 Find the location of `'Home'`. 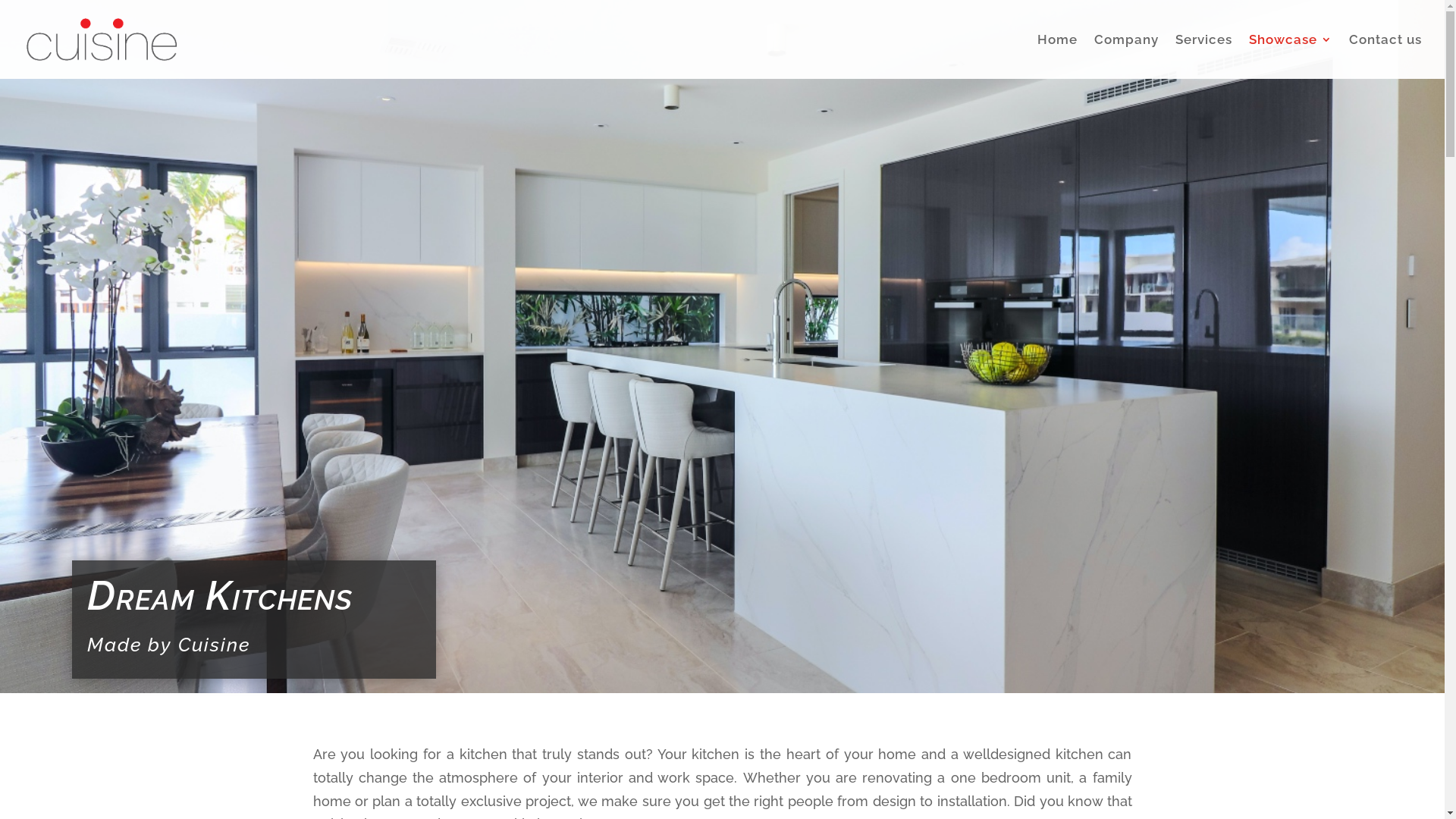

'Home' is located at coordinates (1056, 55).